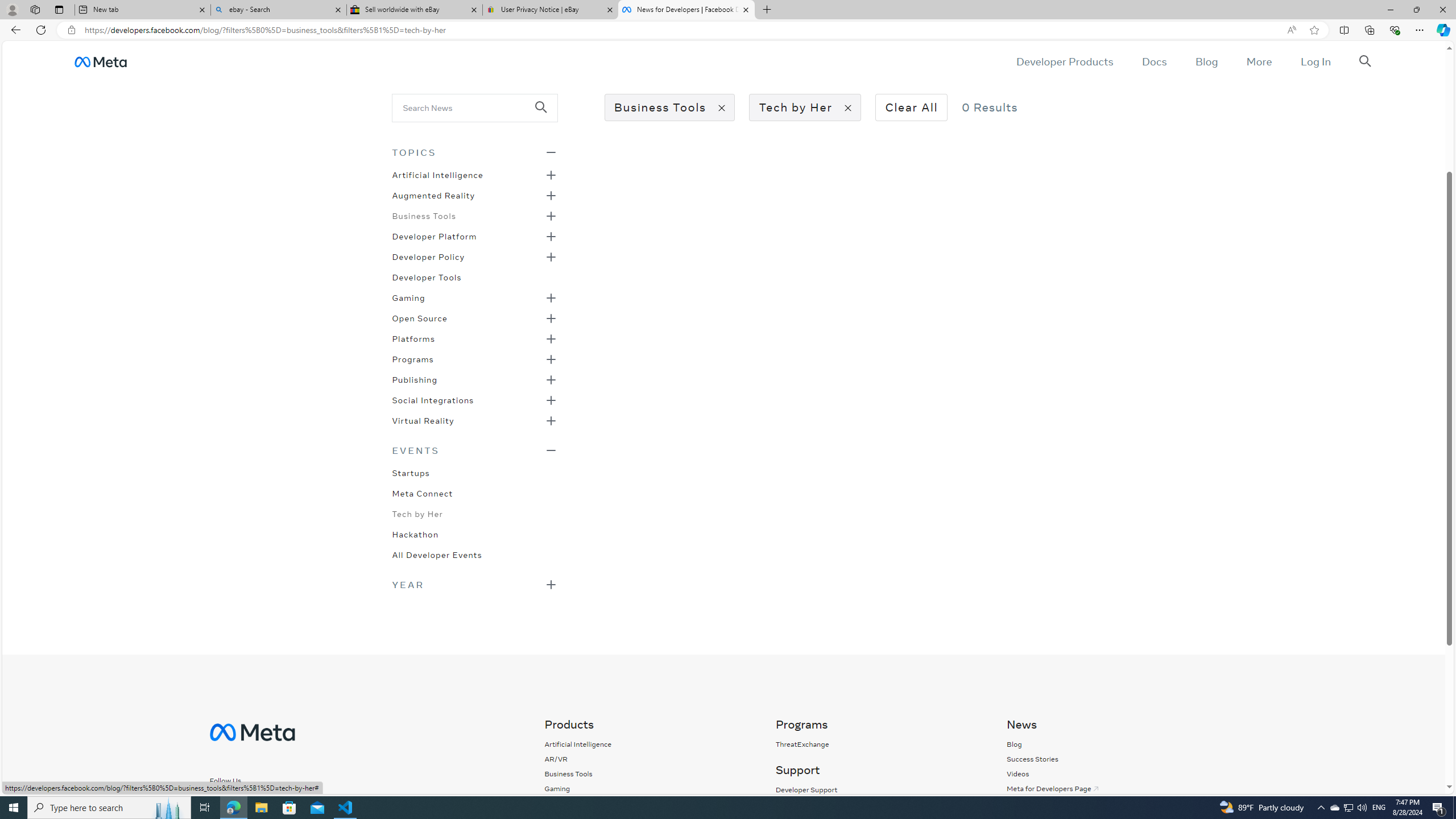 Image resolution: width=1456 pixels, height=819 pixels. I want to click on 'Log In', so click(1314, 61).